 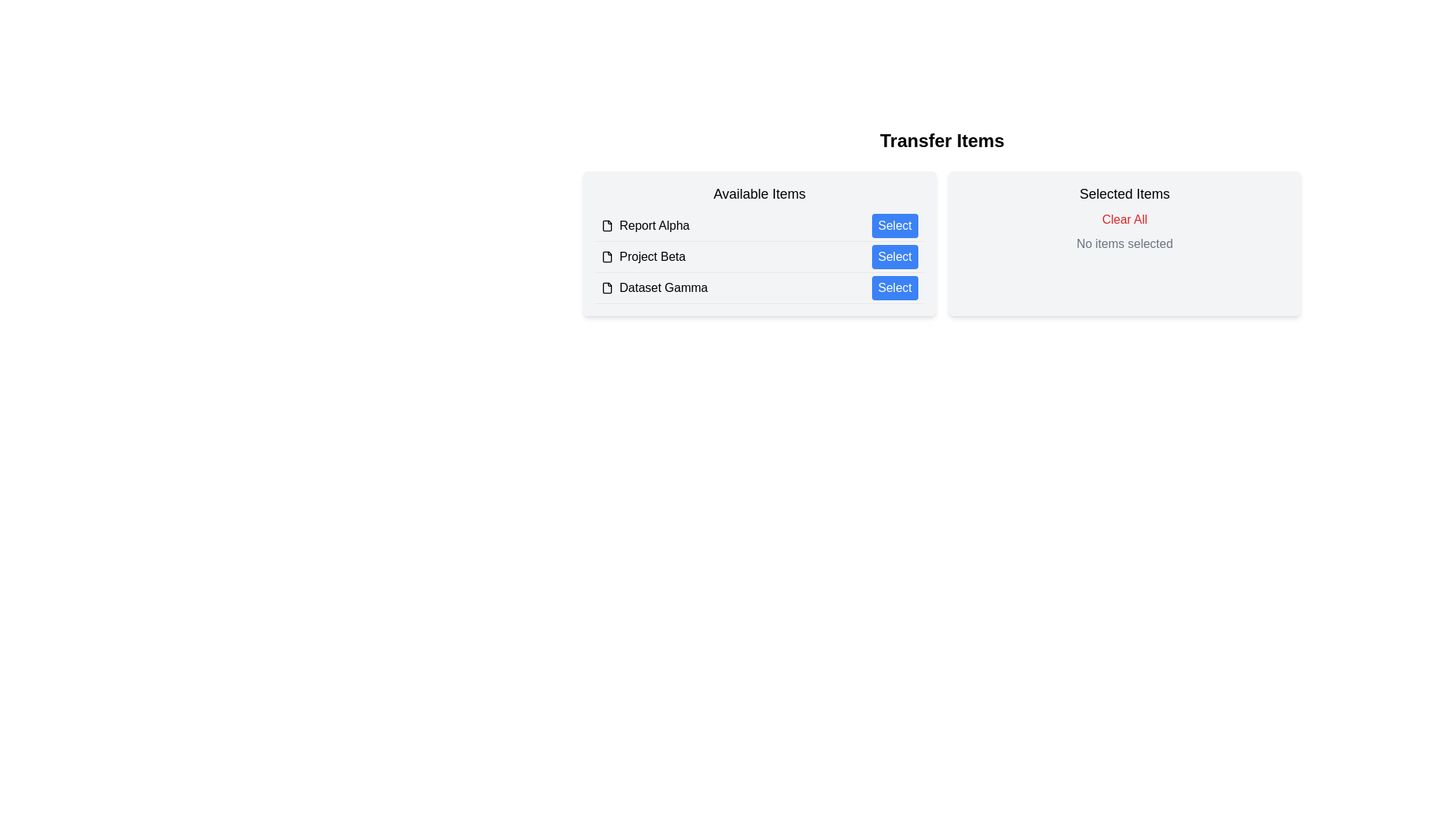 What do you see at coordinates (652, 256) in the screenshot?
I see `the text label 'Project Beta', which is the second item` at bounding box center [652, 256].